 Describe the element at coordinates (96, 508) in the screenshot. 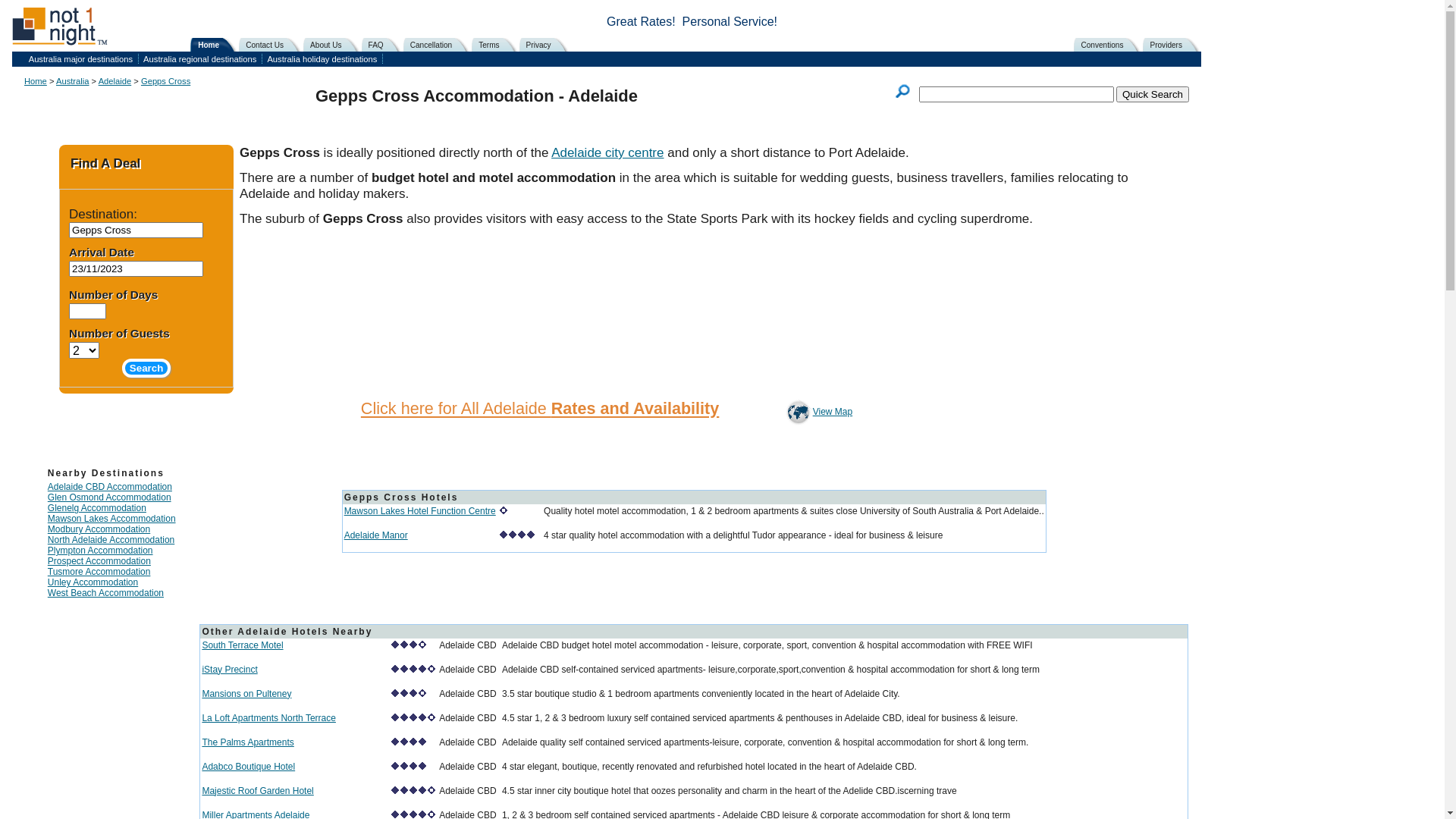

I see `'Glenelg Accommodation'` at that location.